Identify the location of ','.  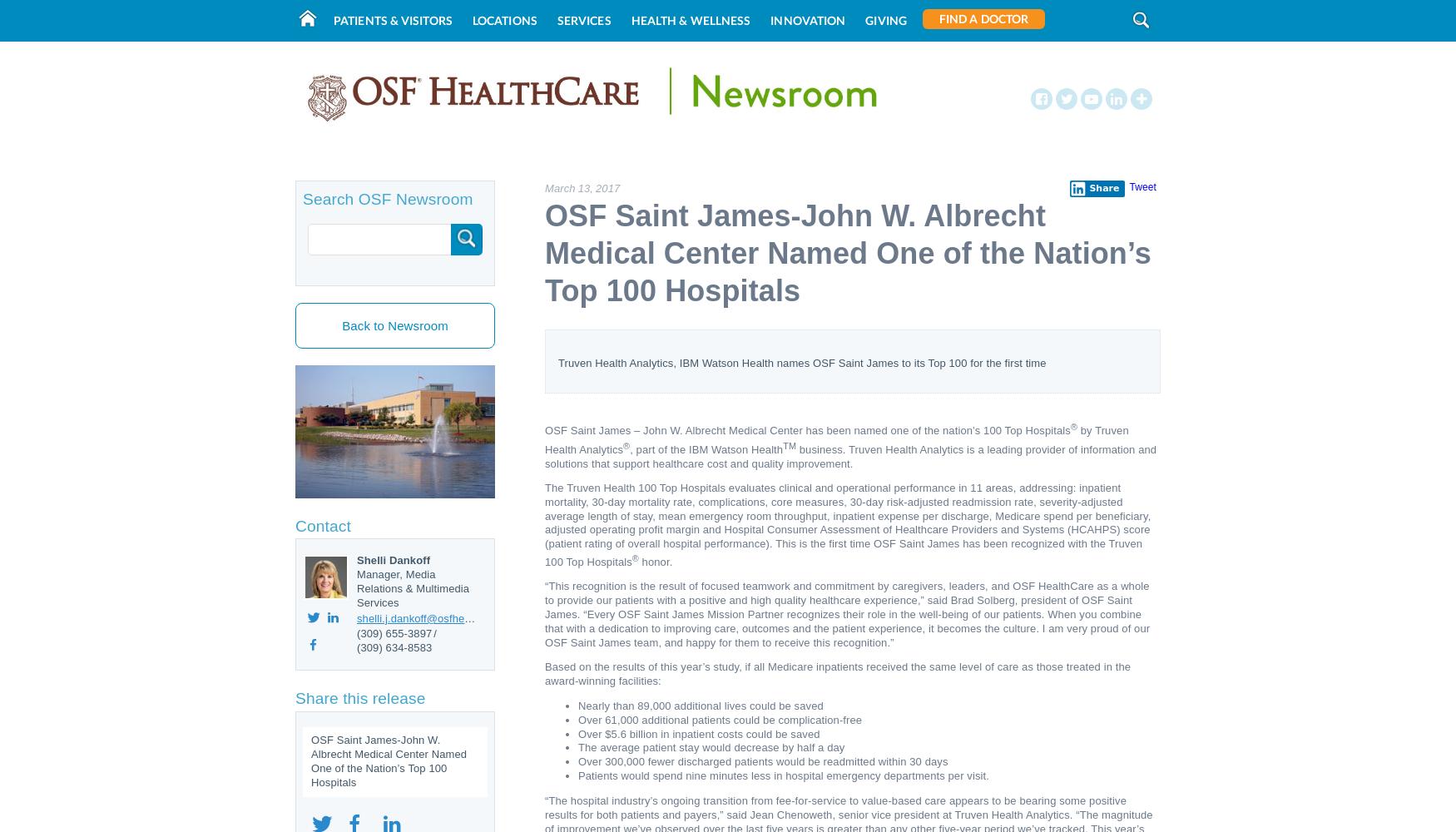
(592, 186).